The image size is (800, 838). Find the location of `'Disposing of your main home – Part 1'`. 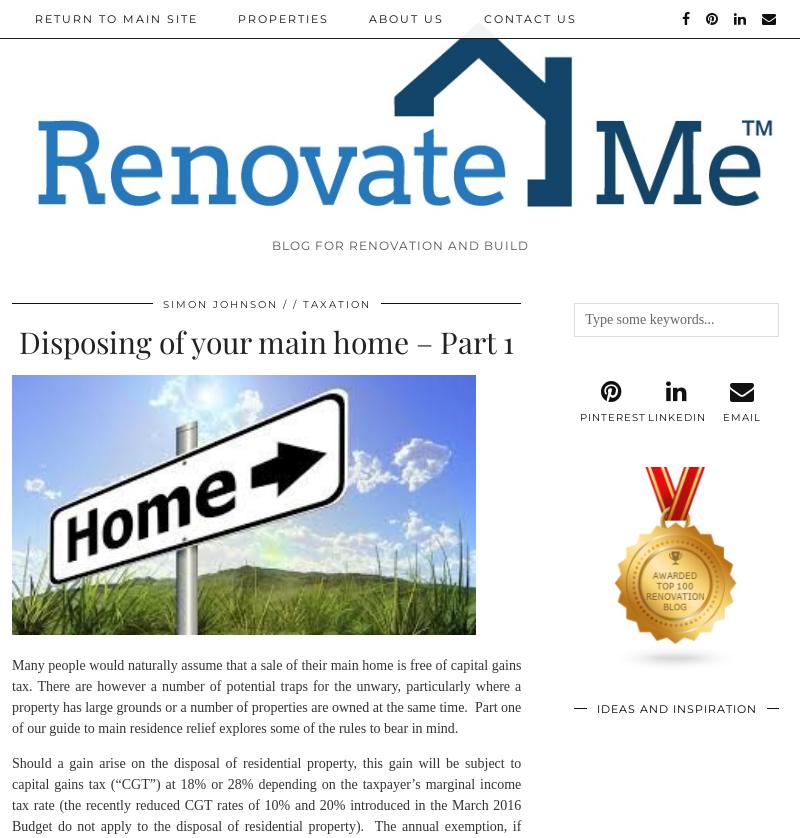

'Disposing of your main home – Part 1' is located at coordinates (19, 339).